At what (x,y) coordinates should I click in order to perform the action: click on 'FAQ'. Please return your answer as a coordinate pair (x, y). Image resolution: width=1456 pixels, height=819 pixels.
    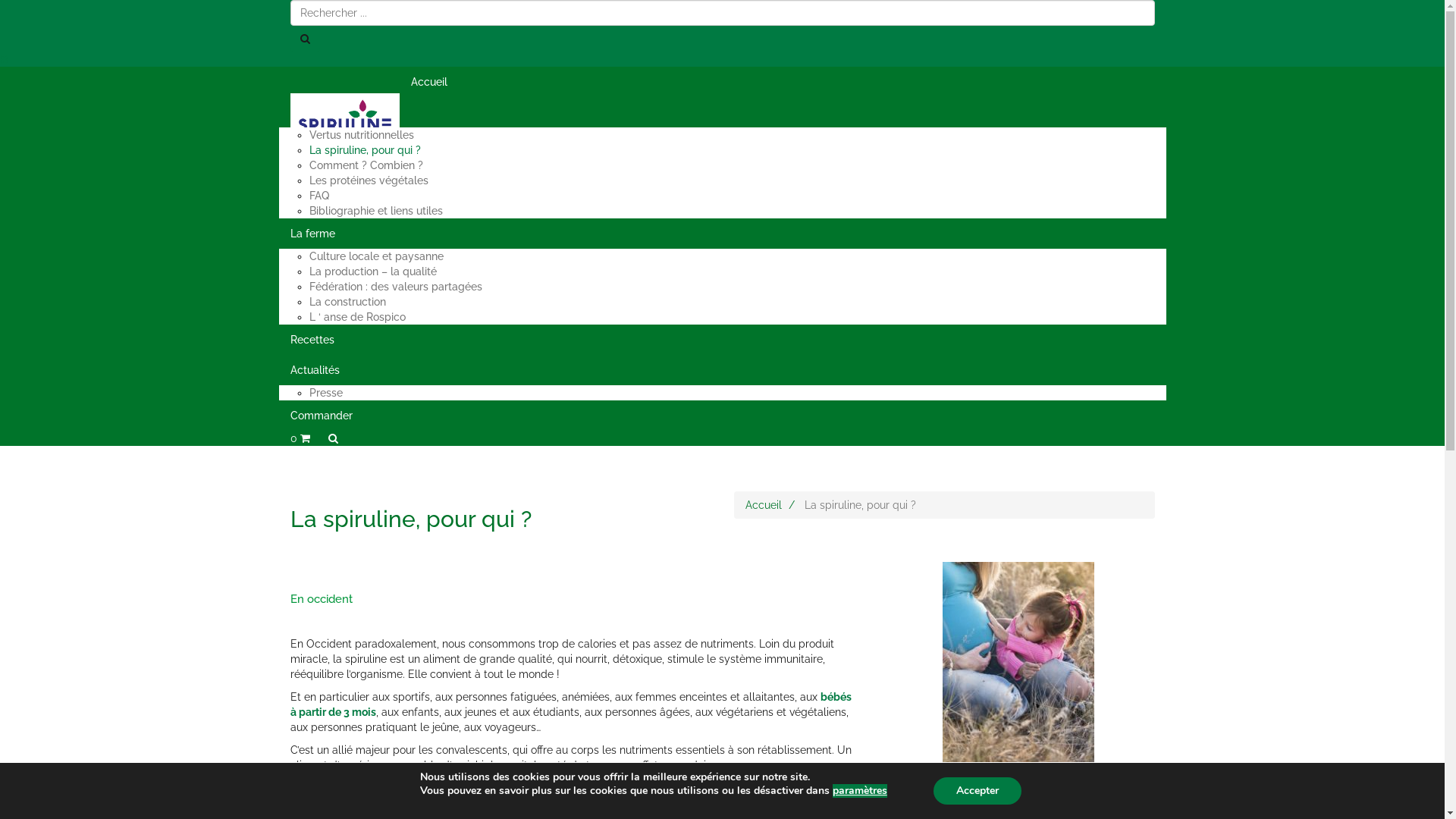
    Looking at the image, I should click on (318, 195).